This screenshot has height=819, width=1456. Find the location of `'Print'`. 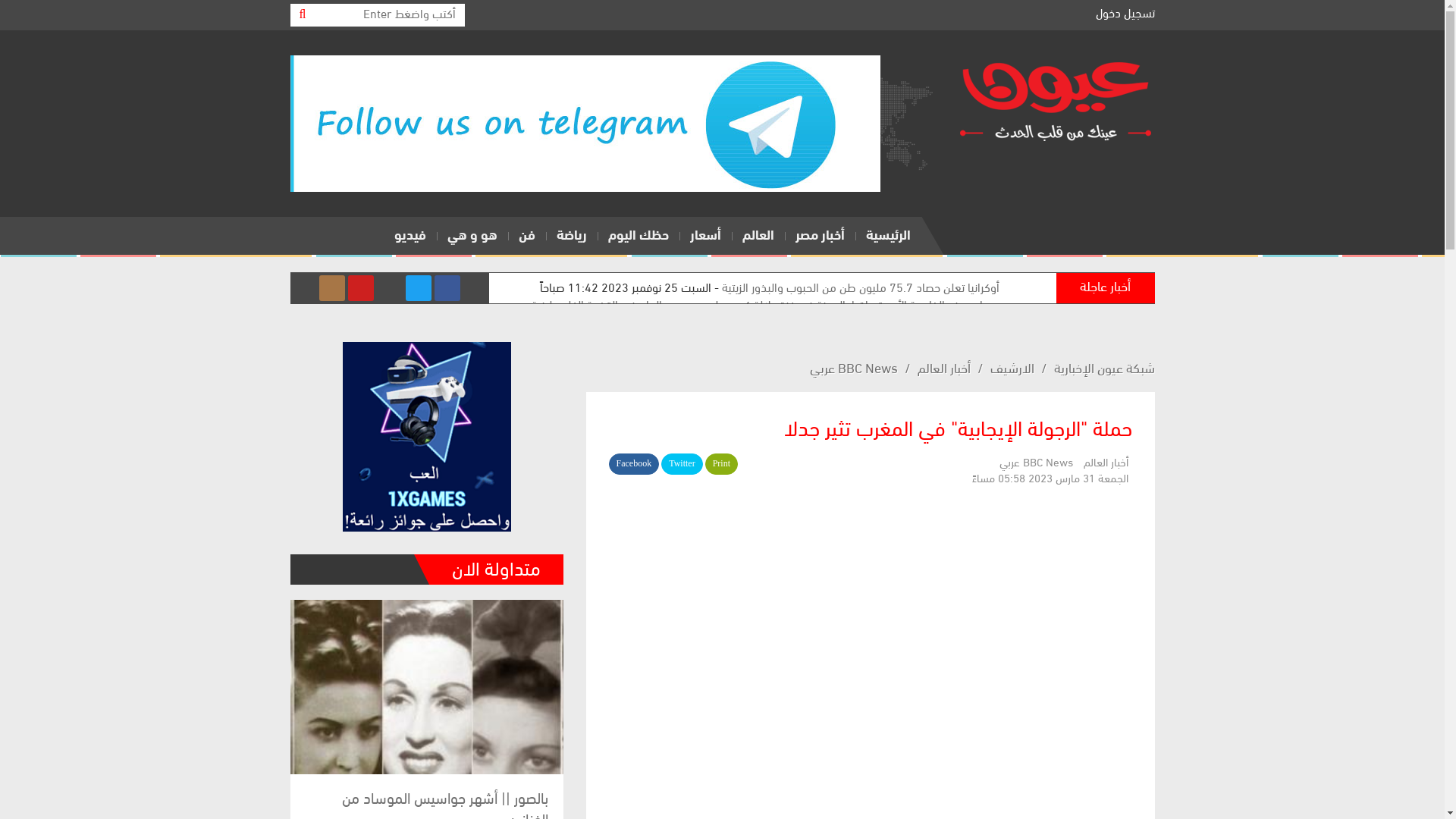

'Print' is located at coordinates (704, 463).